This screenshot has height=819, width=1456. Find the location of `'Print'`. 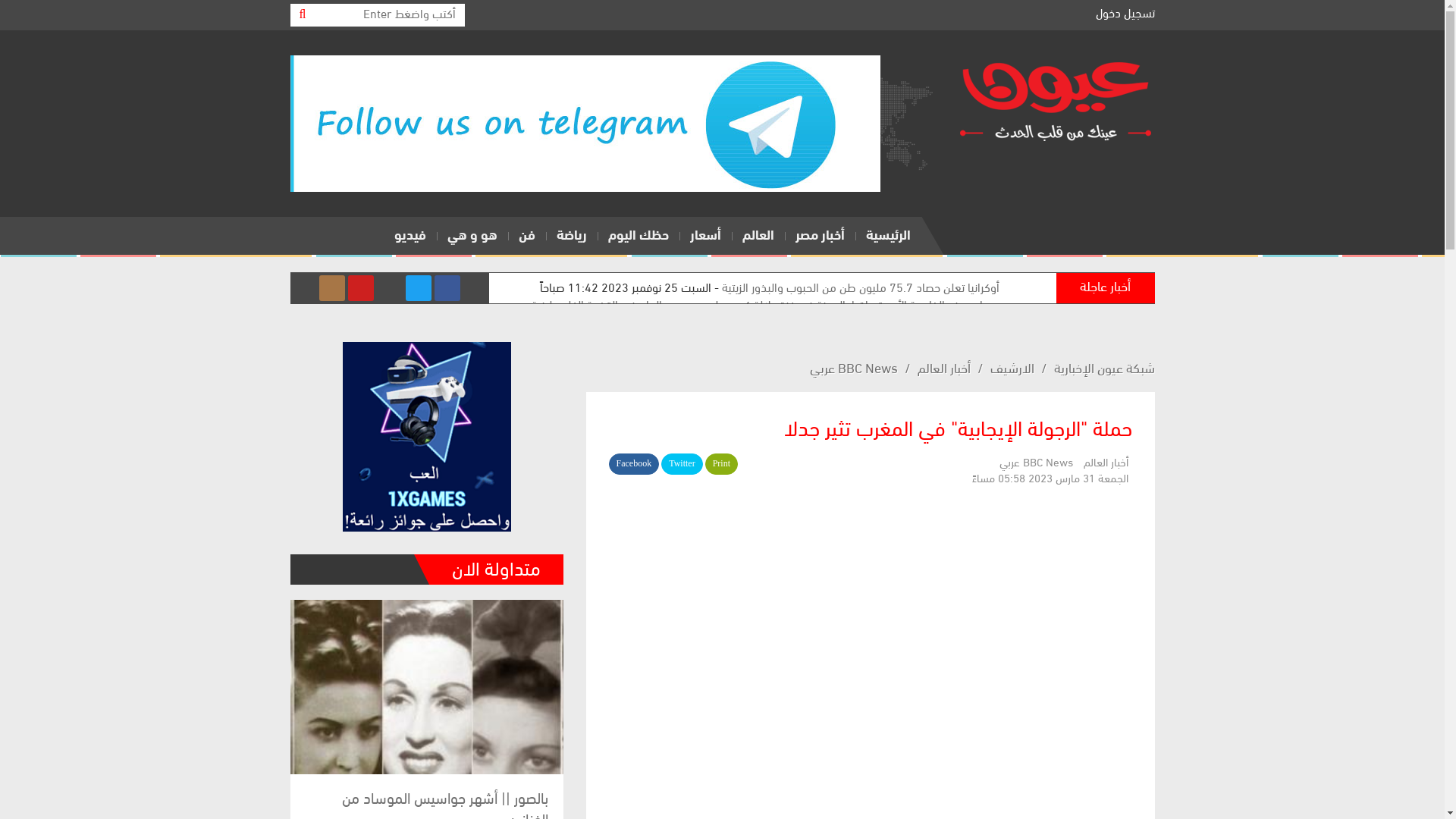

'Print' is located at coordinates (704, 463).